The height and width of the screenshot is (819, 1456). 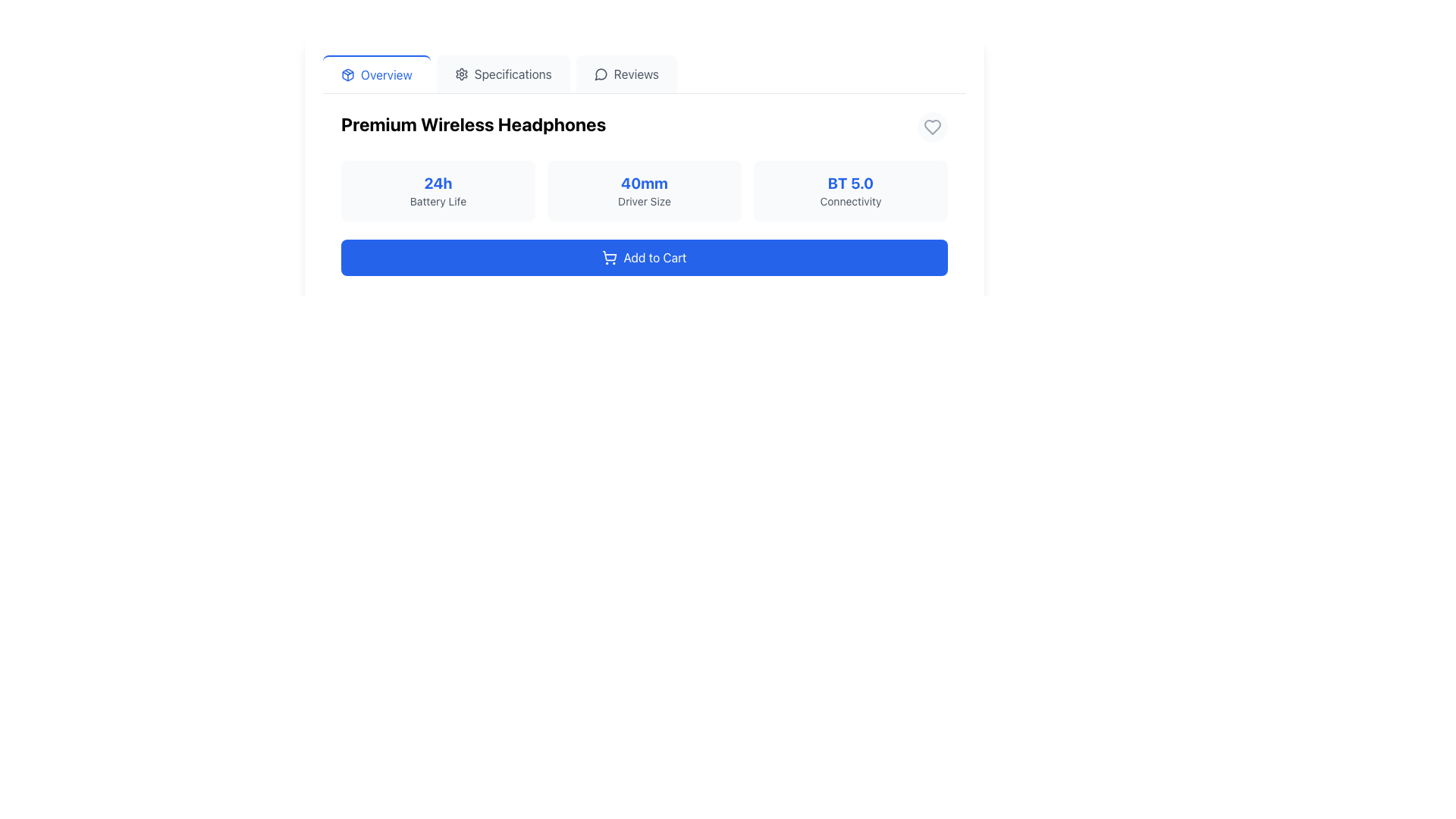 What do you see at coordinates (386, 75) in the screenshot?
I see `text label in the tab navigation located in the top-left quadrant, positioned to the right of a package icon` at bounding box center [386, 75].